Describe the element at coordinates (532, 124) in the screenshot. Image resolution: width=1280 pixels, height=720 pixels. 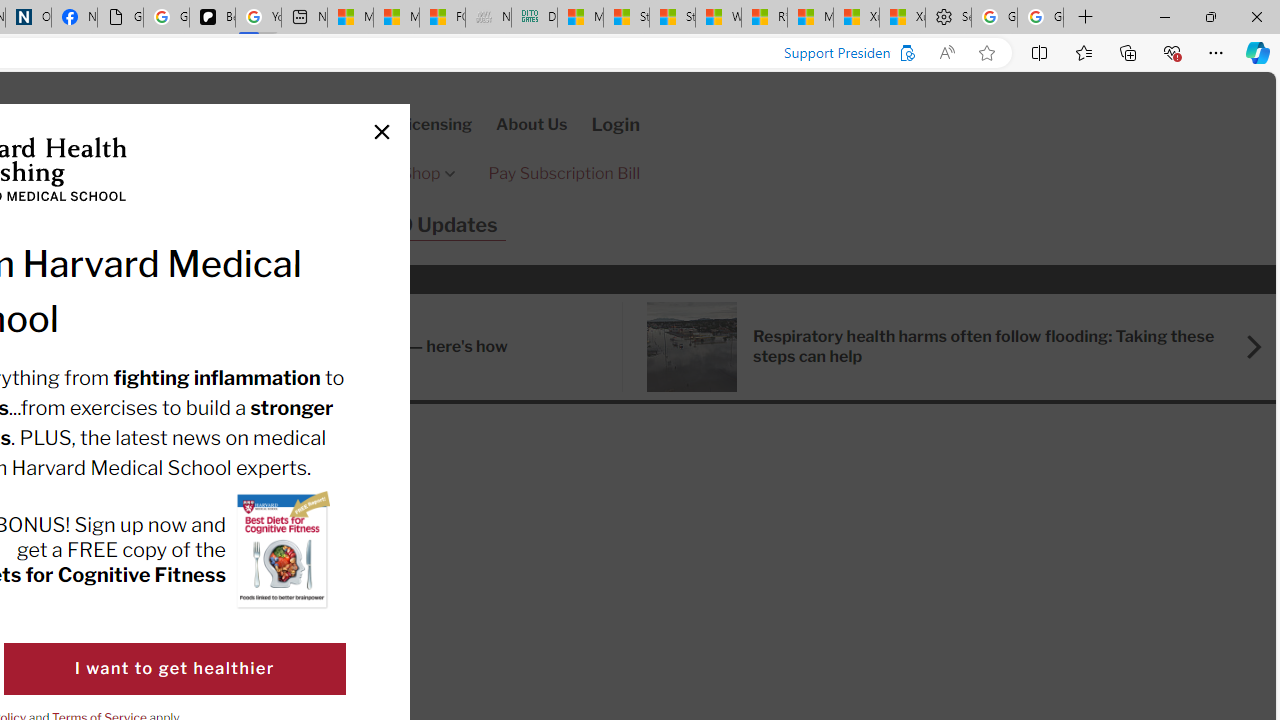
I see `'About Us'` at that location.